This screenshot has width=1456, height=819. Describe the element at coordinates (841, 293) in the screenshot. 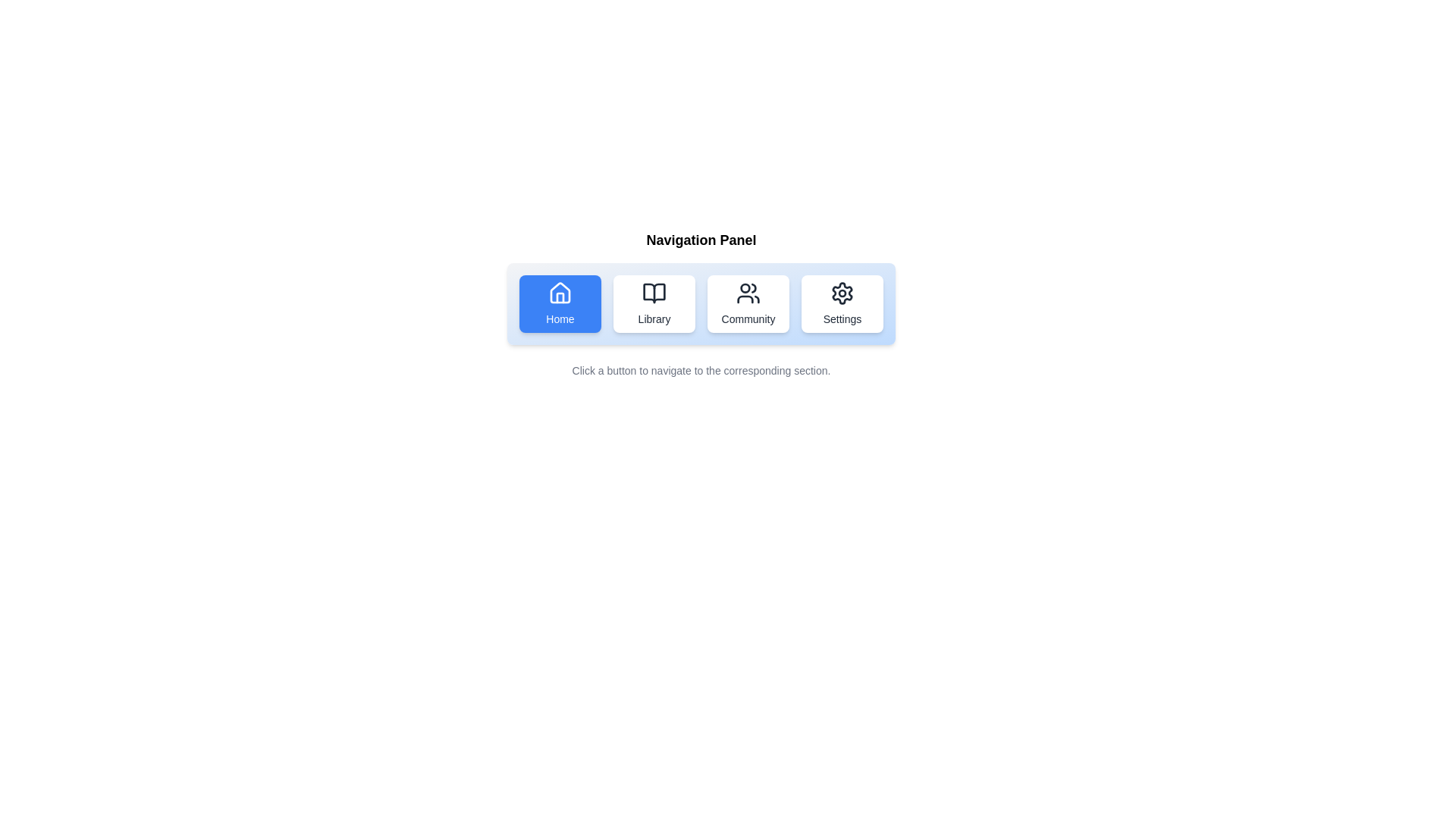

I see `the 'Settings' icon located in the navigation panel, which is the last icon in the row following 'Community'` at that location.